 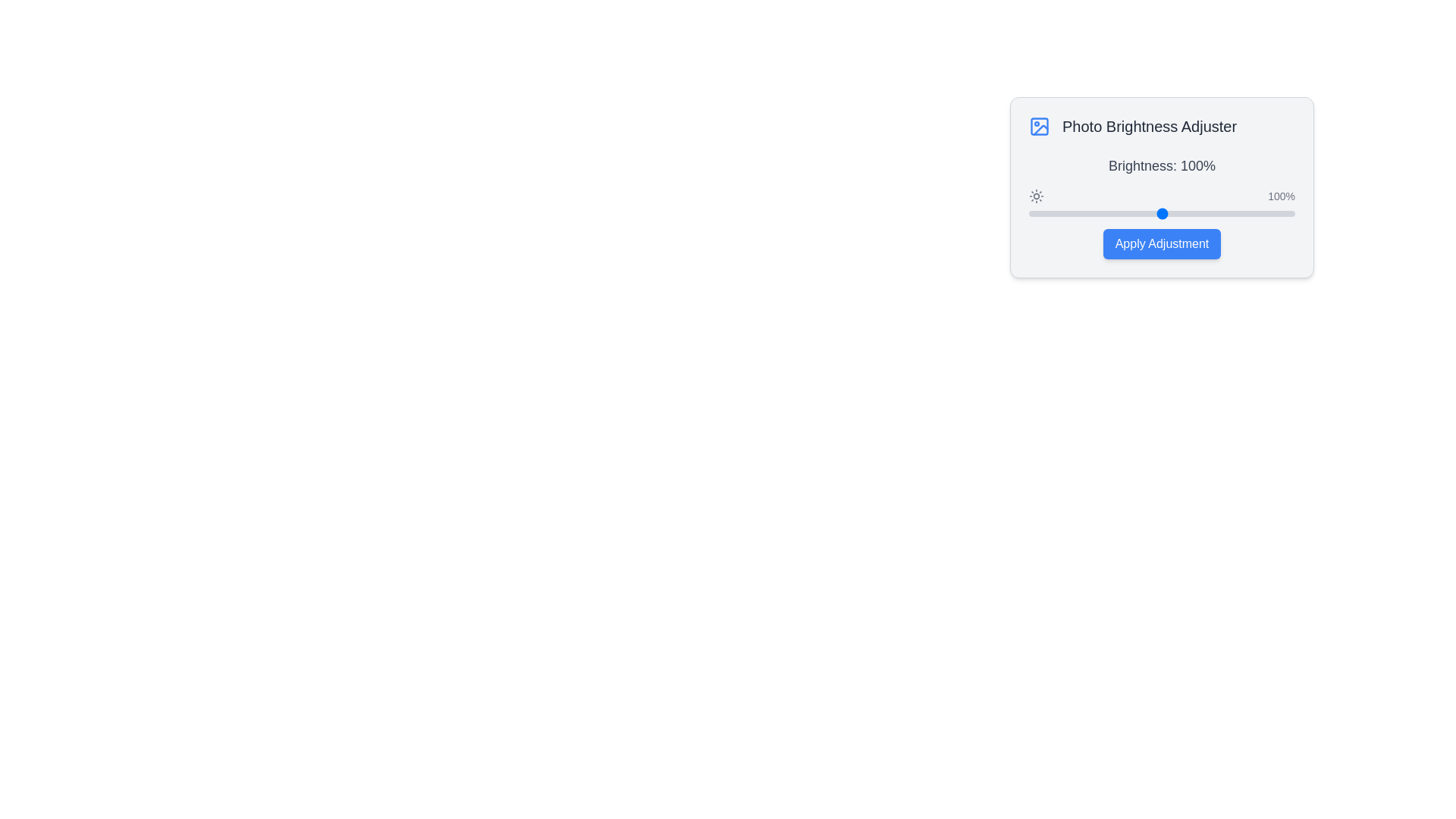 What do you see at coordinates (1173, 213) in the screenshot?
I see `the brightness slider to 109` at bounding box center [1173, 213].